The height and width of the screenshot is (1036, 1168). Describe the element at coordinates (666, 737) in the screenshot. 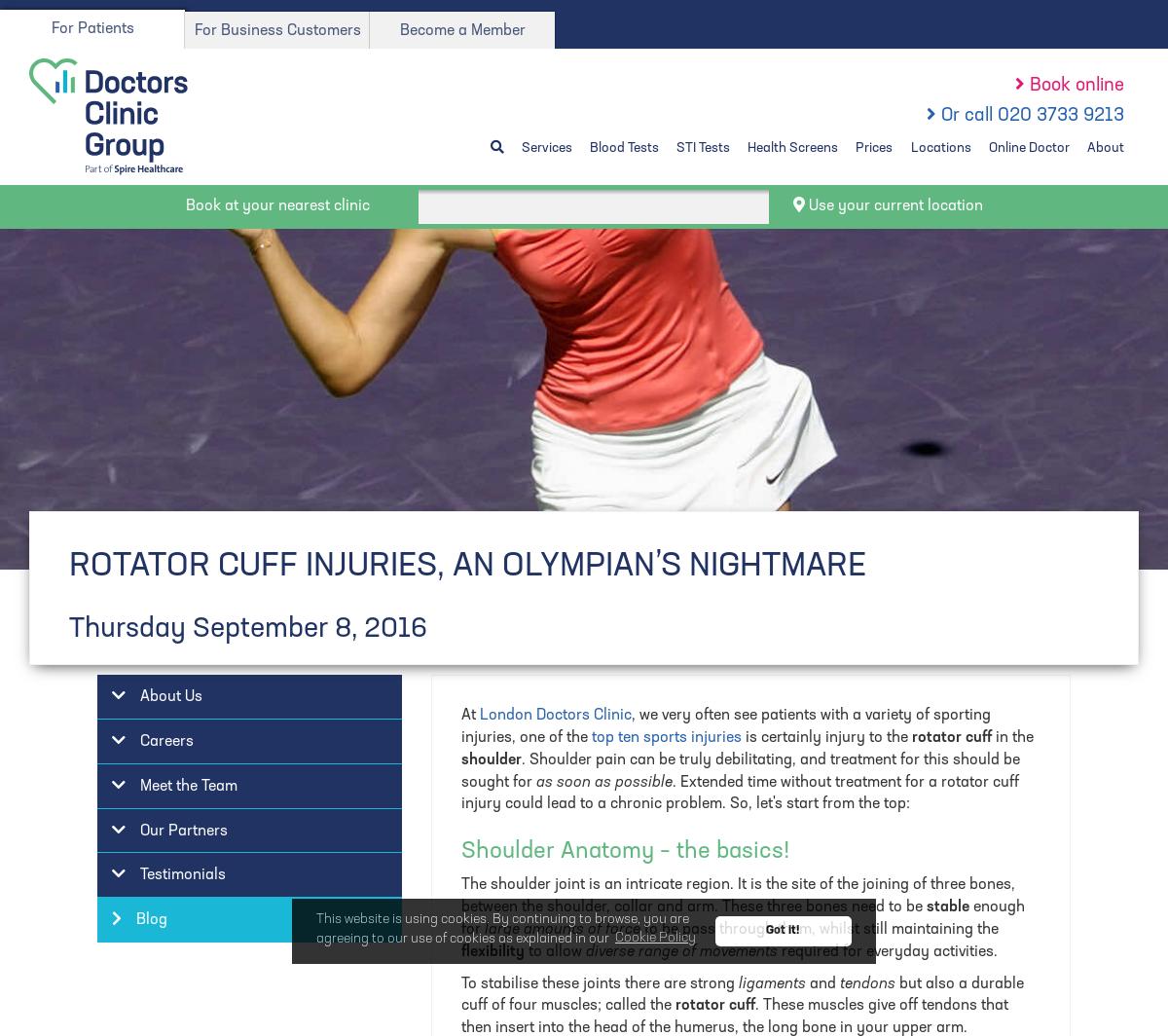

I see `'top ten sports injuries'` at that location.